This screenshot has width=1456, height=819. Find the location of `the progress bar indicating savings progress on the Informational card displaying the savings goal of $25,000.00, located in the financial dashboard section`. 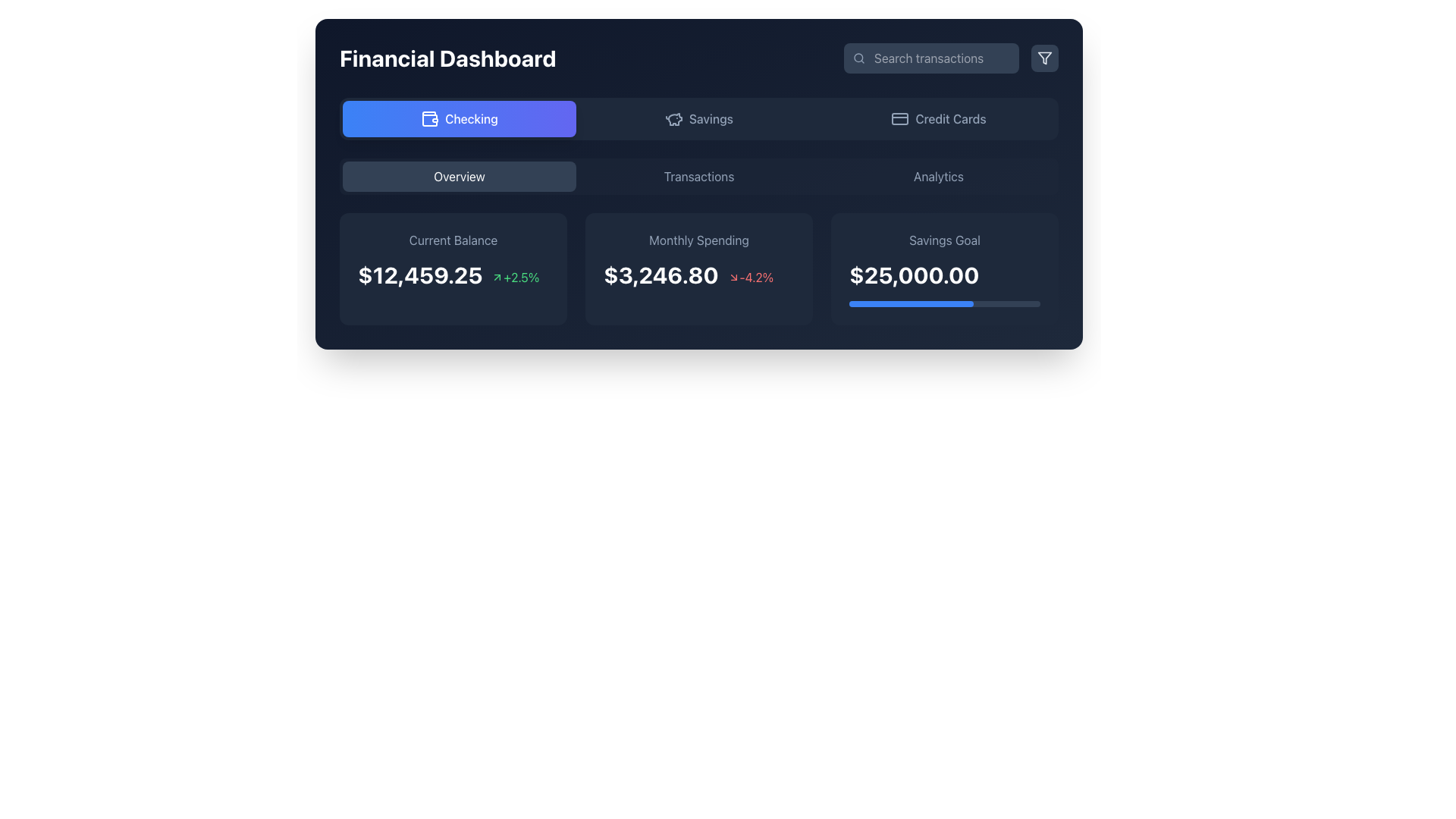

the progress bar indicating savings progress on the Informational card displaying the savings goal of $25,000.00, located in the financial dashboard section is located at coordinates (944, 268).